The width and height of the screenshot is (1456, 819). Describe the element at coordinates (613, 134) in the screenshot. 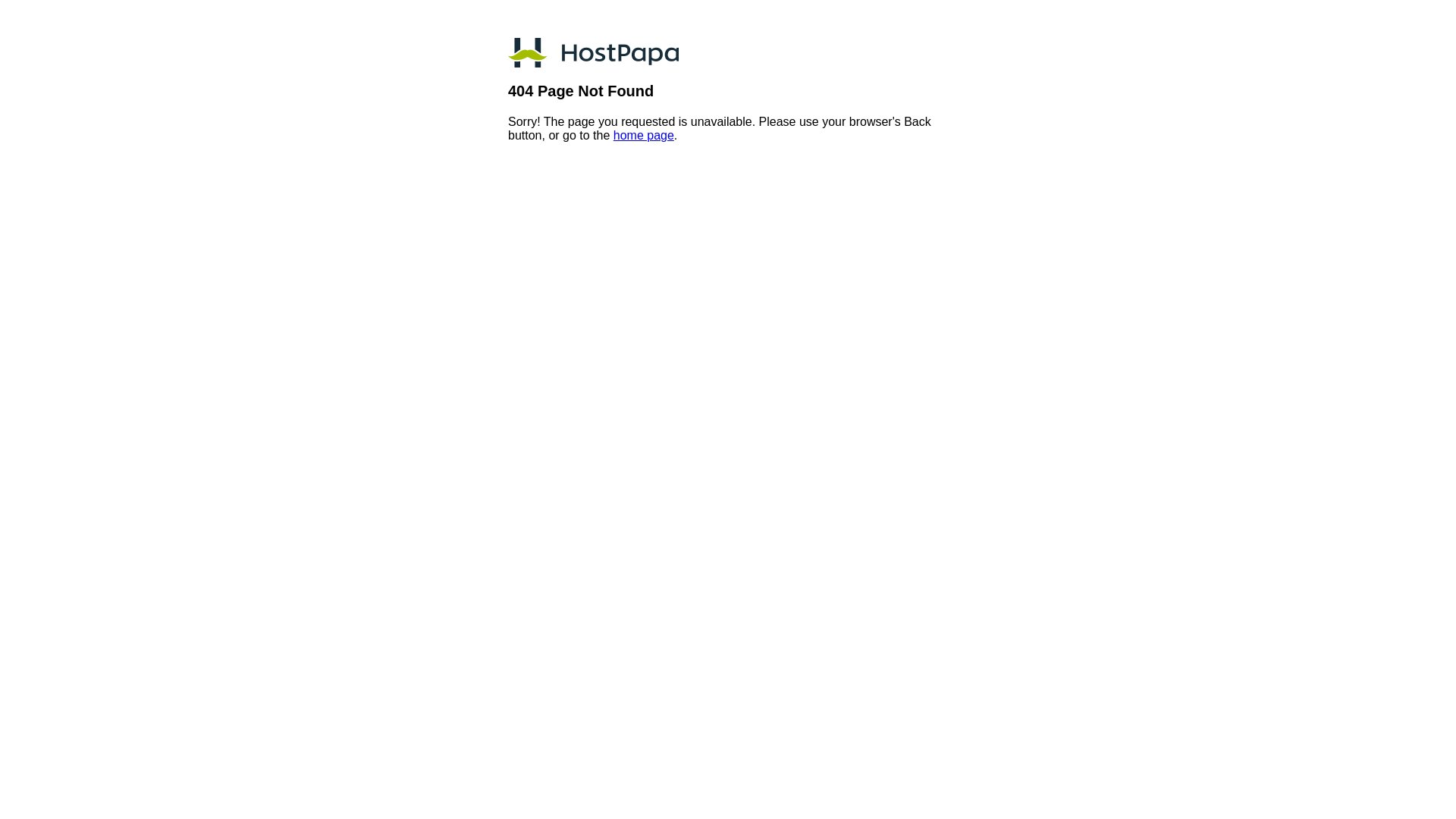

I see `'home page'` at that location.